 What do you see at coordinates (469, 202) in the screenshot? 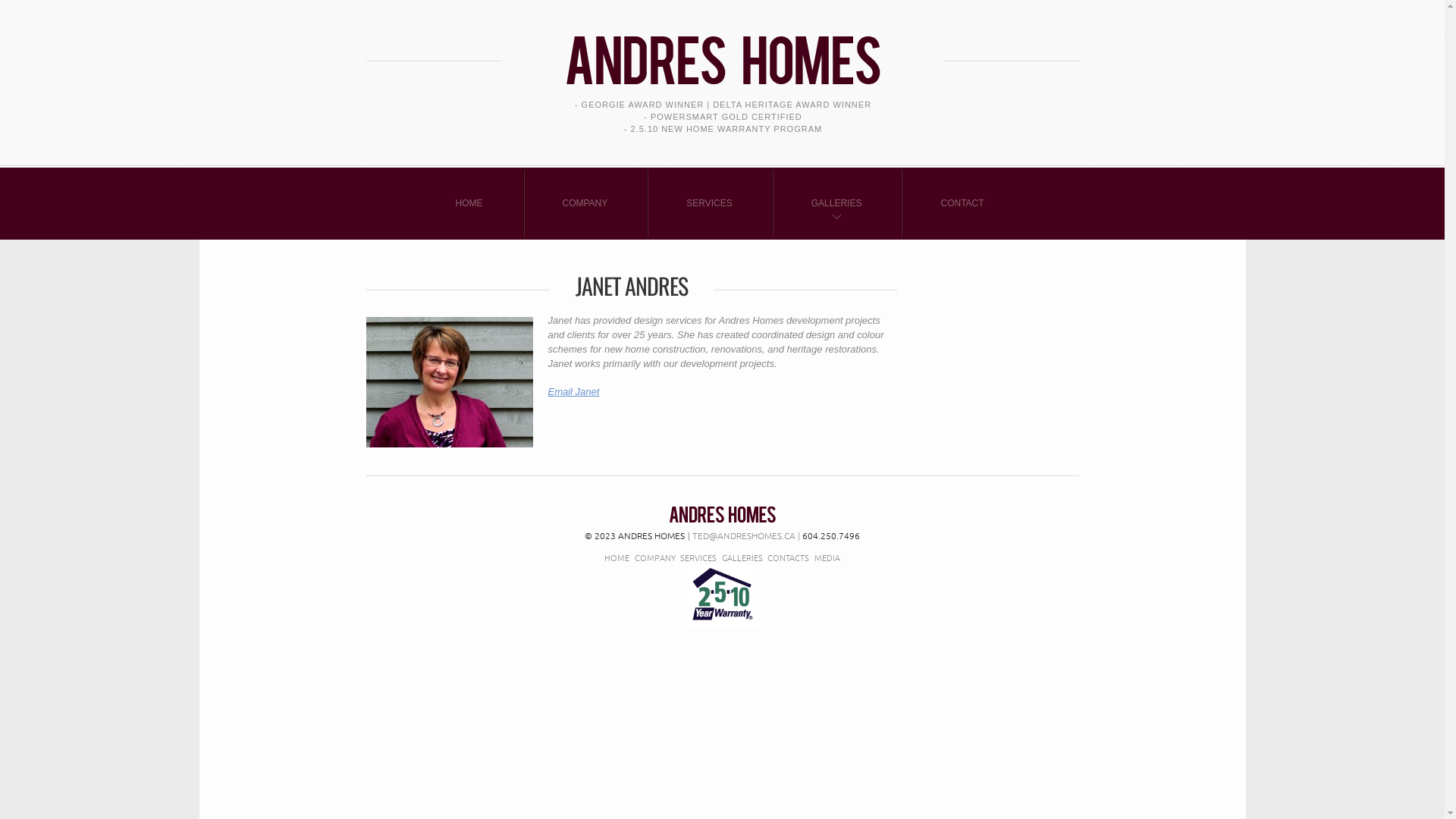
I see `'HOME'` at bounding box center [469, 202].